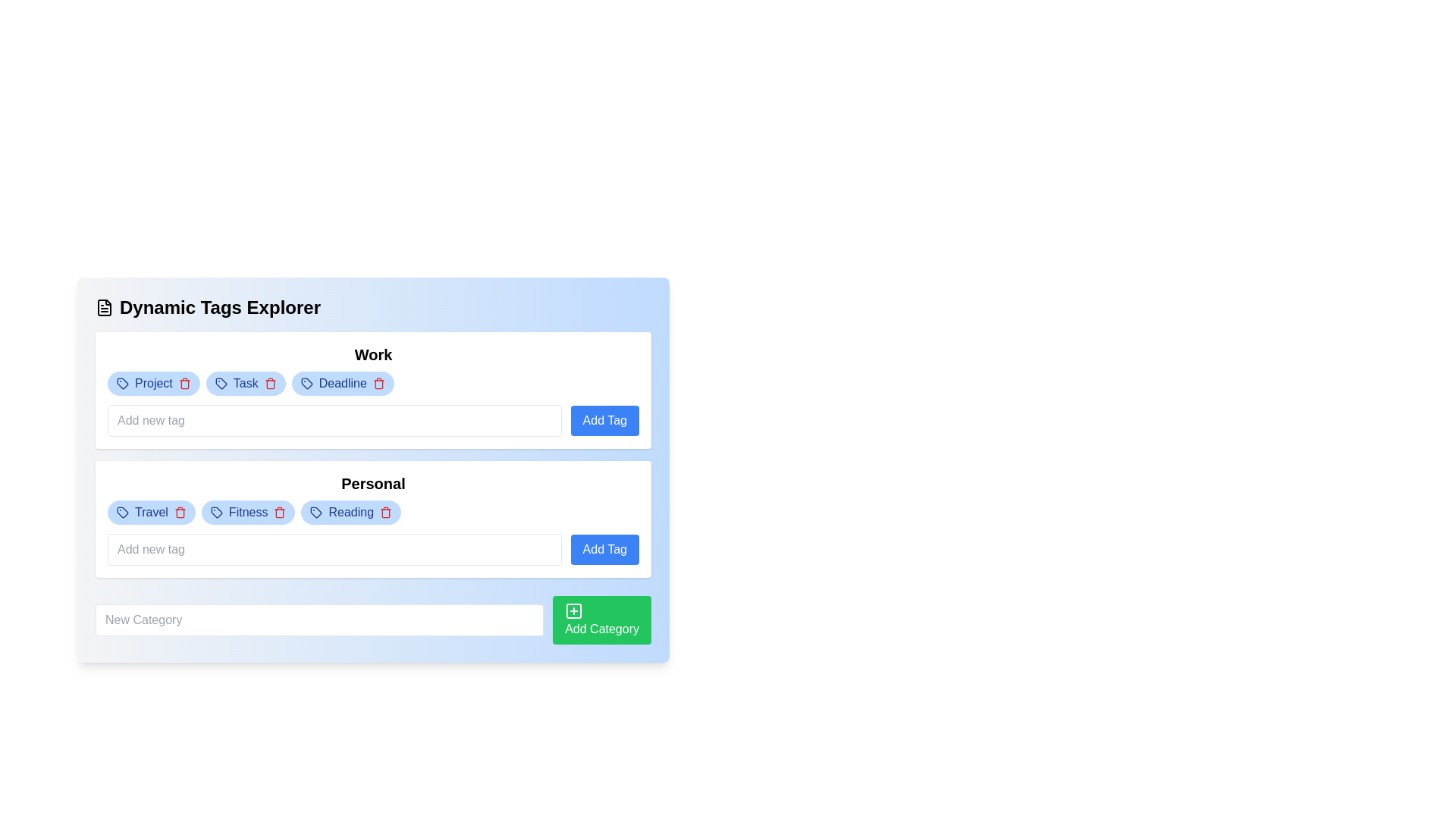 The height and width of the screenshot is (819, 1456). What do you see at coordinates (246, 382) in the screenshot?
I see `the 'Work' tag component, which is the second tag from the left in a tag management interface, positioned between the 'Project' and 'Deadline' tags` at bounding box center [246, 382].